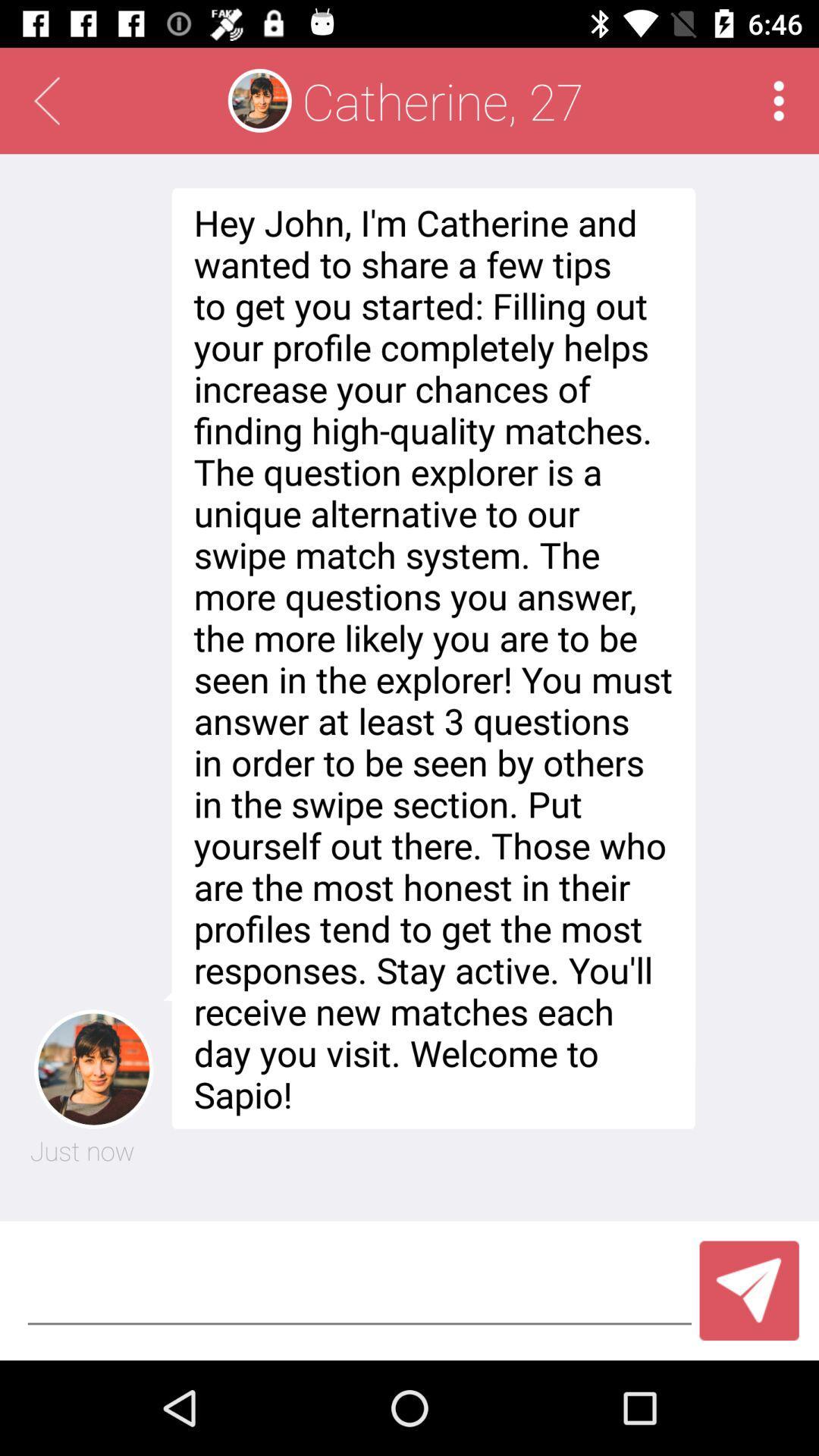 The width and height of the screenshot is (819, 1456). Describe the element at coordinates (779, 100) in the screenshot. I see `the item to the right of the catherine, 27 app` at that location.